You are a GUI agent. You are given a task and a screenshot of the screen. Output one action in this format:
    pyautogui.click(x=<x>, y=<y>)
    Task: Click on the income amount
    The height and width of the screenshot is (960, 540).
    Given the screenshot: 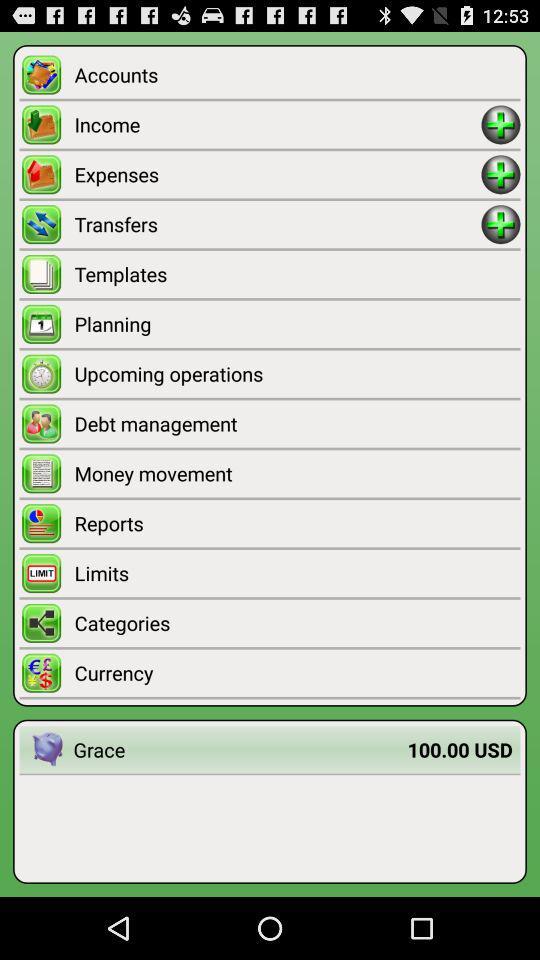 What is the action you would take?
    pyautogui.click(x=500, y=123)
    